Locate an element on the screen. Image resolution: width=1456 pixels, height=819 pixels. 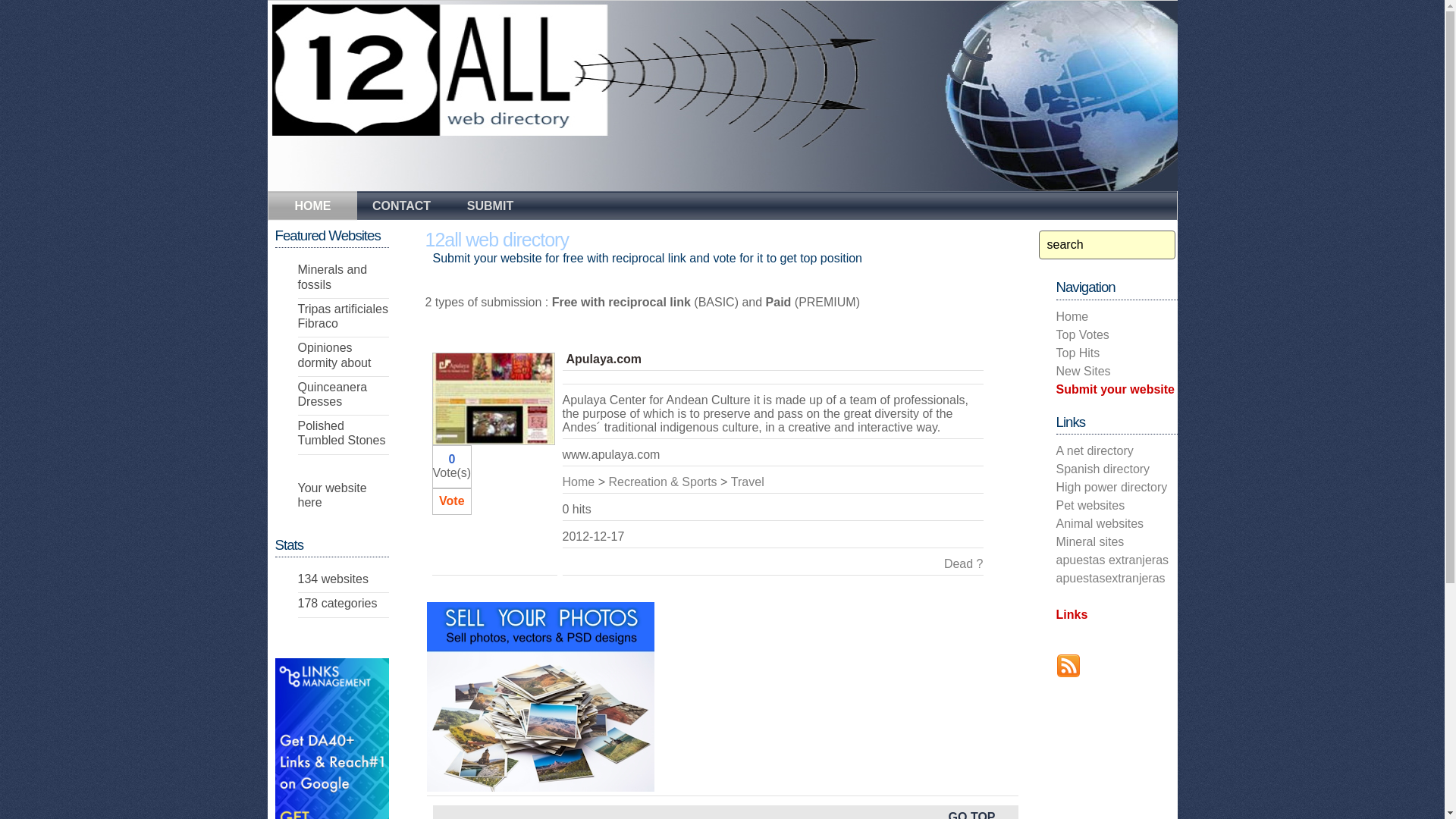
'Vote' is located at coordinates (450, 500).